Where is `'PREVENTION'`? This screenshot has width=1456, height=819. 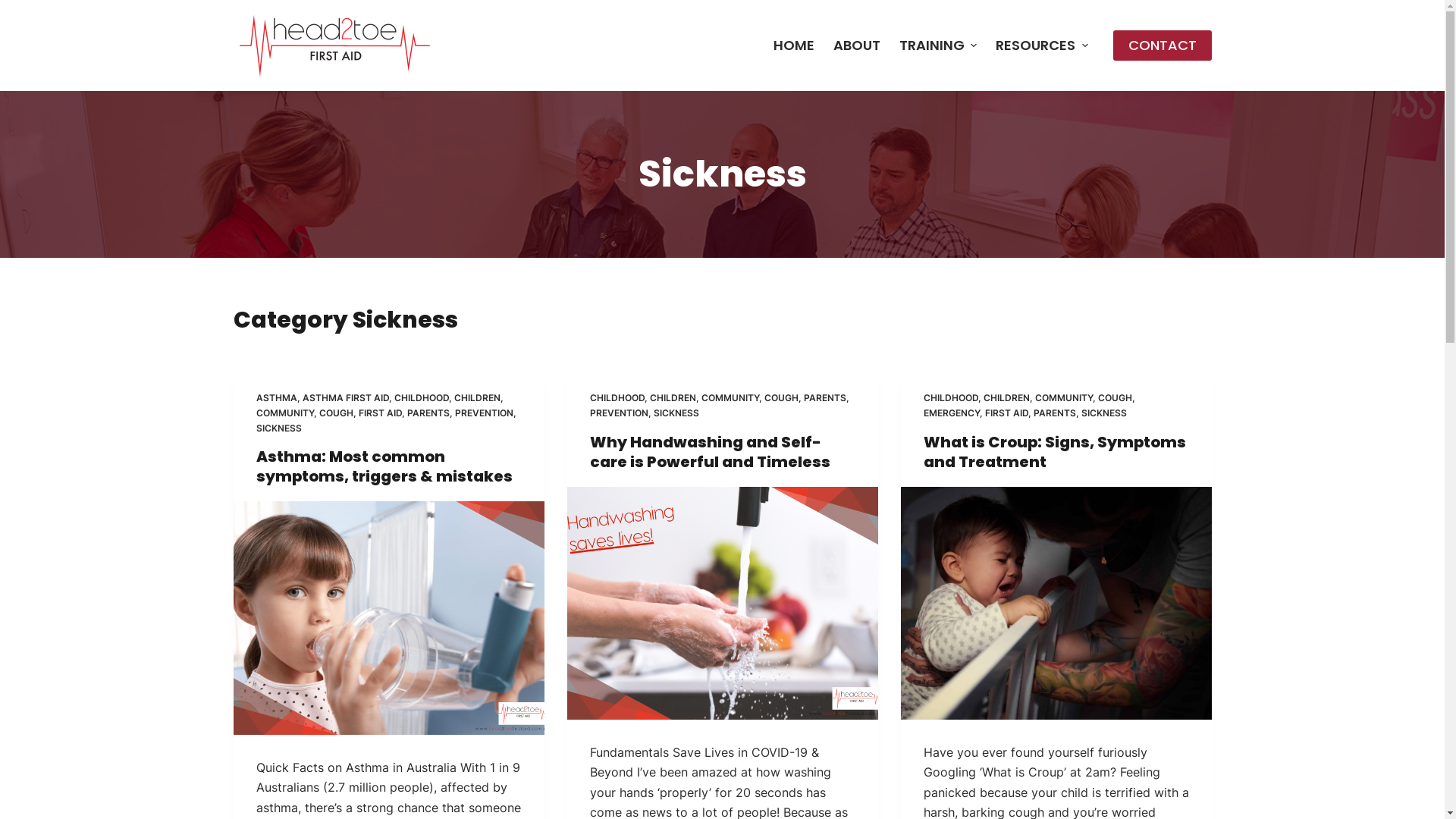 'PREVENTION' is located at coordinates (483, 413).